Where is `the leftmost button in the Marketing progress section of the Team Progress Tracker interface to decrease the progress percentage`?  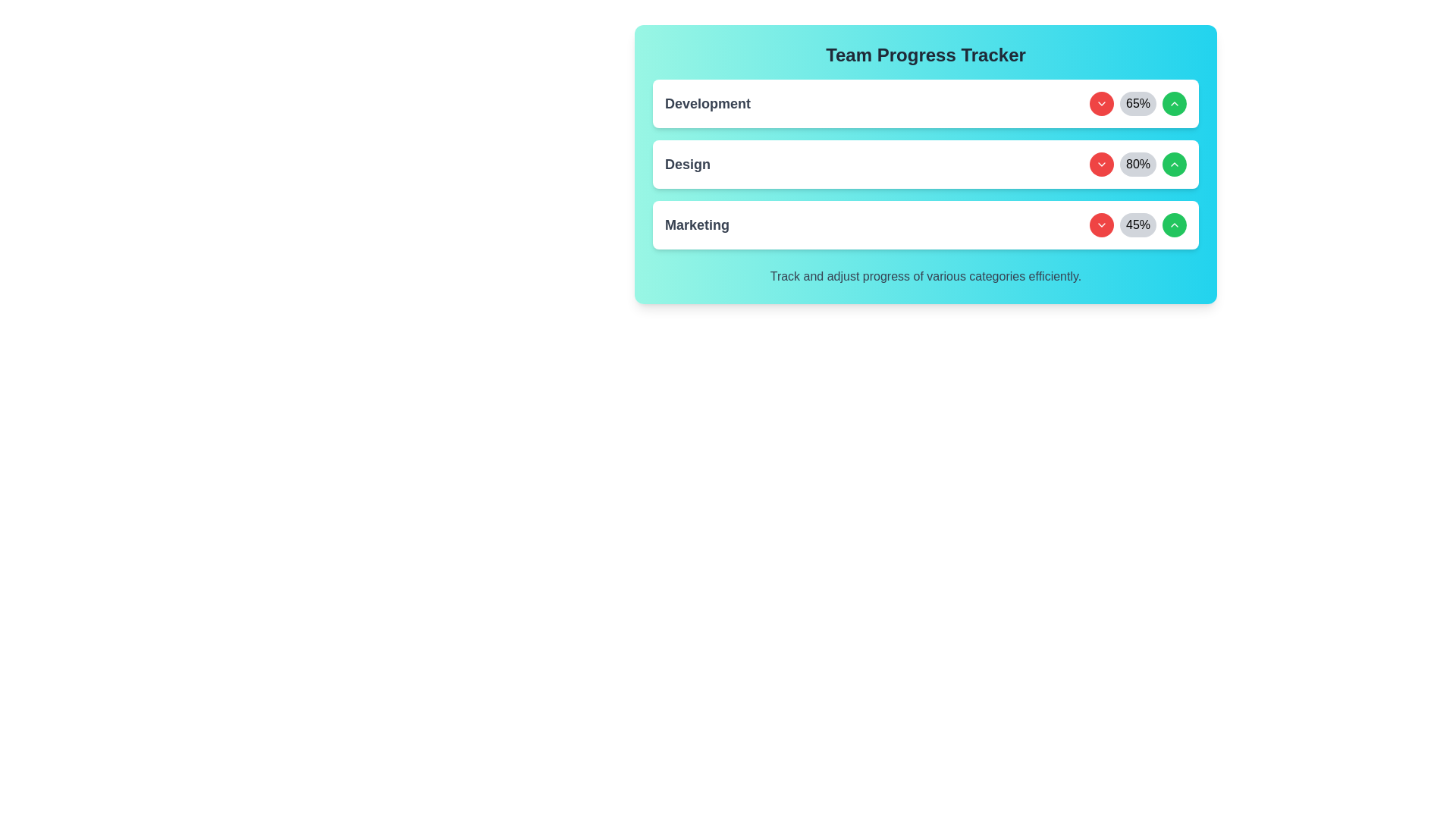
the leftmost button in the Marketing progress section of the Team Progress Tracker interface to decrease the progress percentage is located at coordinates (1102, 225).